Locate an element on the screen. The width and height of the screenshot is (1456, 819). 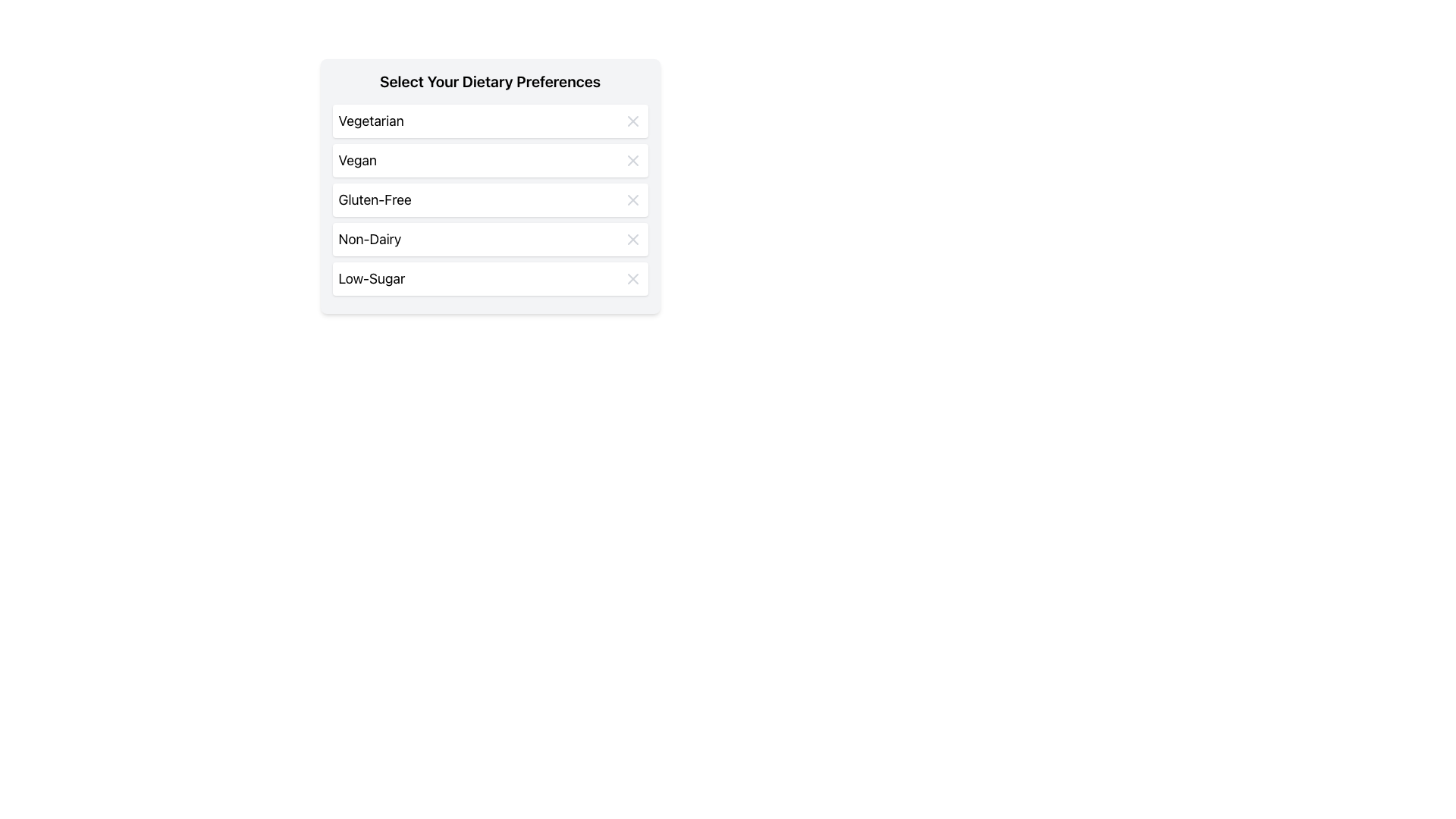
the small gray outlined button with a diagonal cross ('X') shape located to the far right of the 'Low-Sugar' dietary preference row in the 'Select Your Dietary Preferences' section is located at coordinates (632, 278).